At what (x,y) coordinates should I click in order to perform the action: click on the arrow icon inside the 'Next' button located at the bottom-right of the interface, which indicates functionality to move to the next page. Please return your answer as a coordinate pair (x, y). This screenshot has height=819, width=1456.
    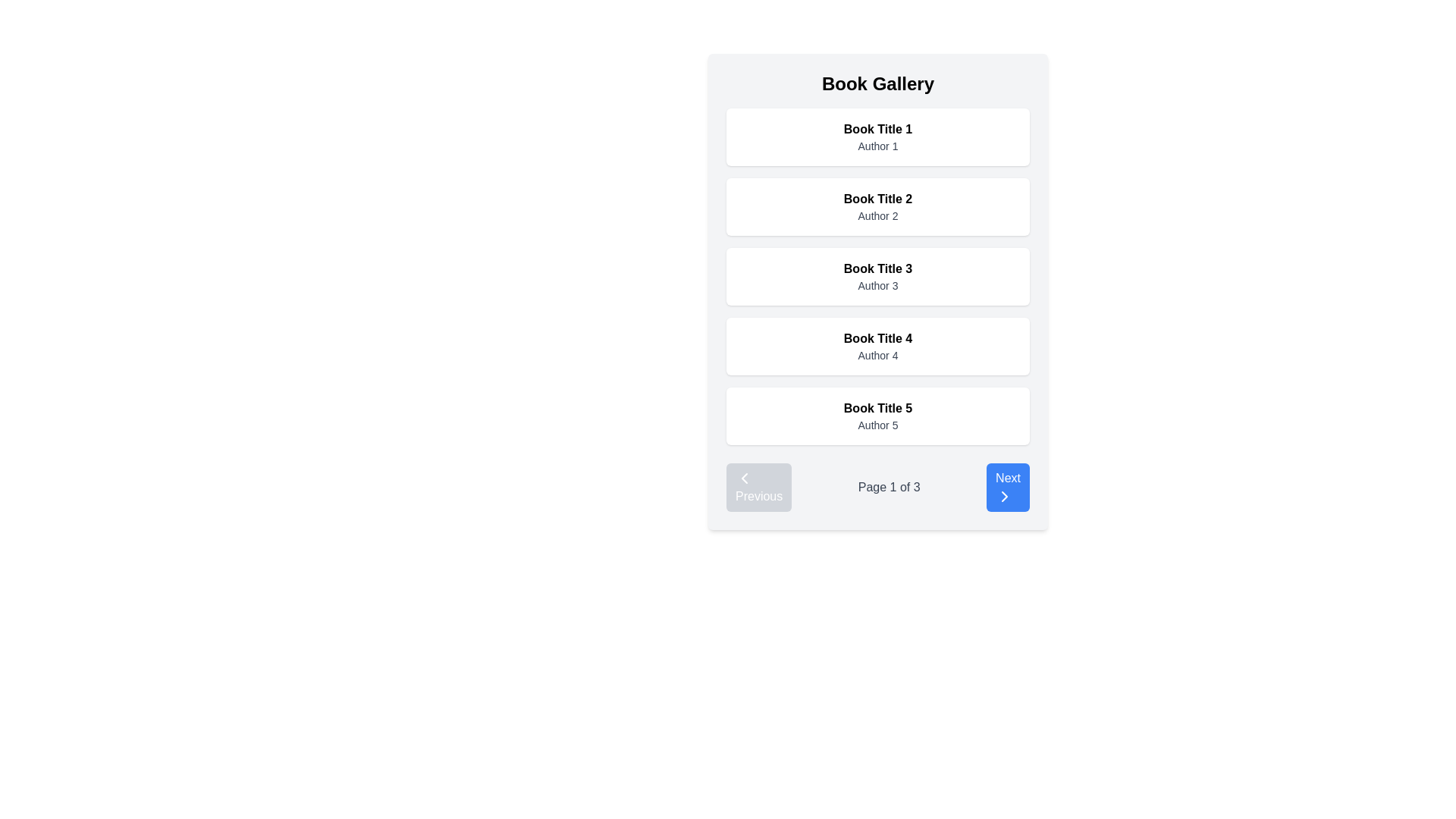
    Looking at the image, I should click on (1004, 497).